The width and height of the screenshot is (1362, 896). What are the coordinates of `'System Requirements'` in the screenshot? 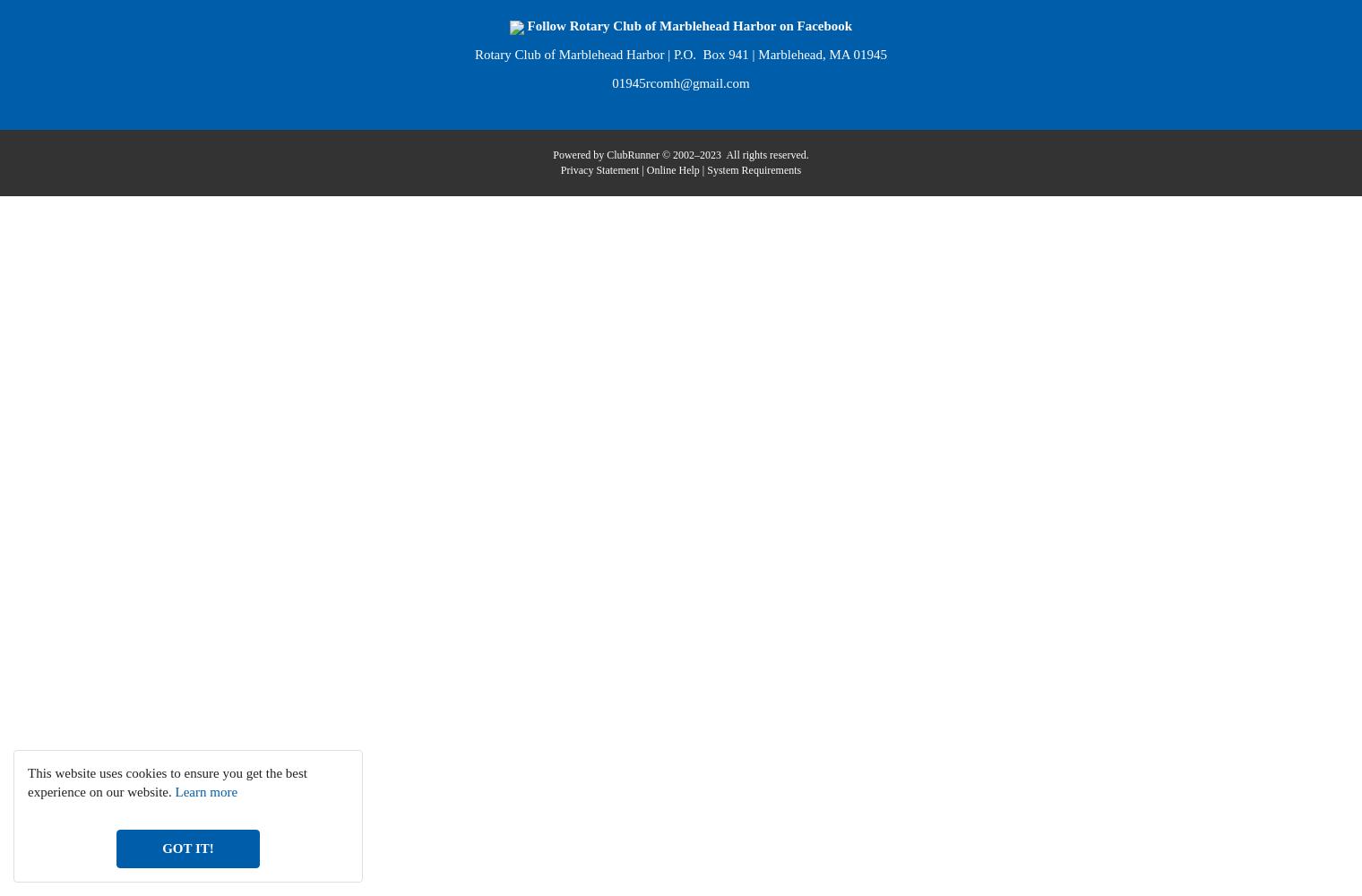 It's located at (753, 168).